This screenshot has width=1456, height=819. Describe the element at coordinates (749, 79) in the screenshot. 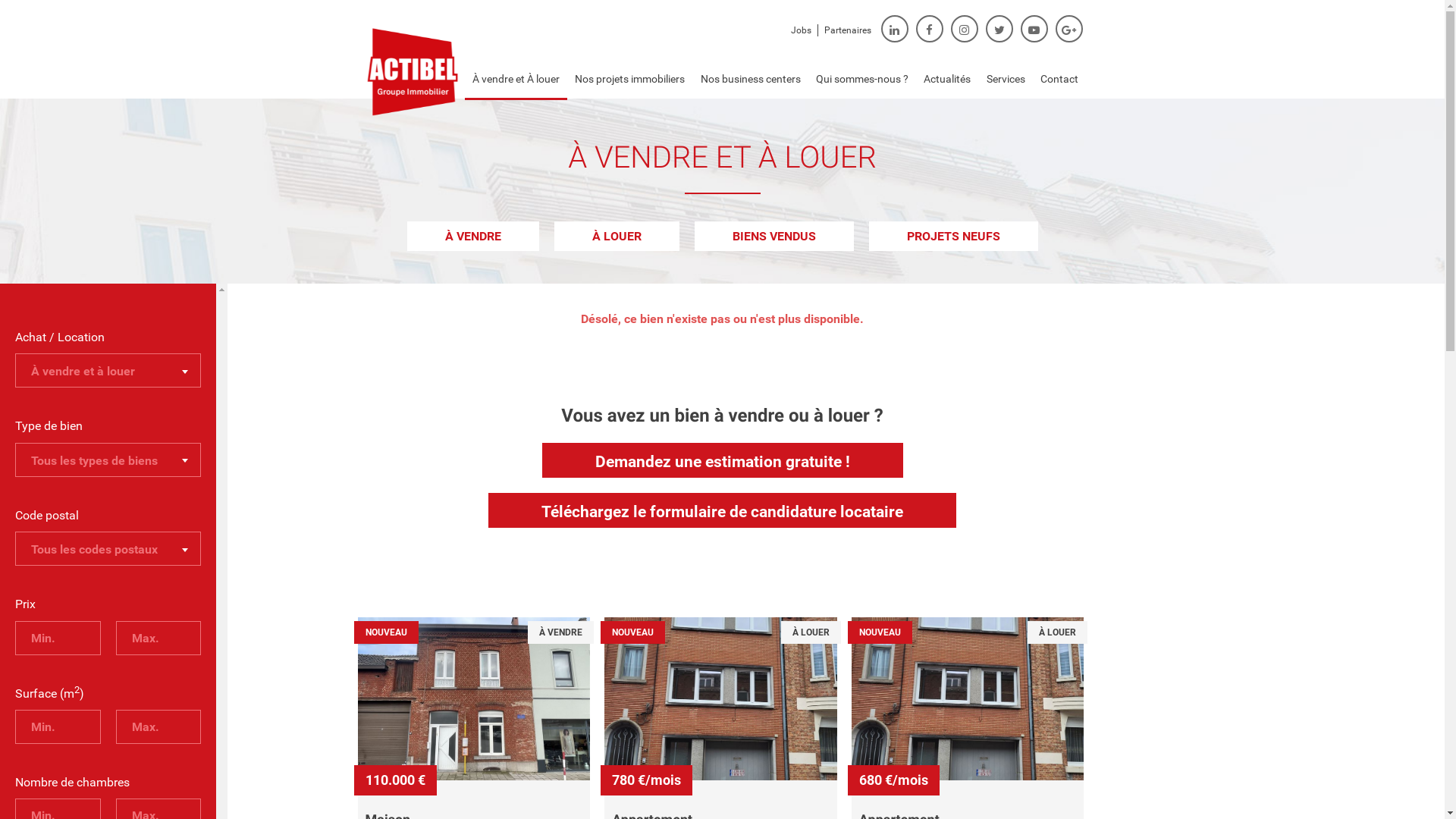

I see `'Nos business centers'` at that location.